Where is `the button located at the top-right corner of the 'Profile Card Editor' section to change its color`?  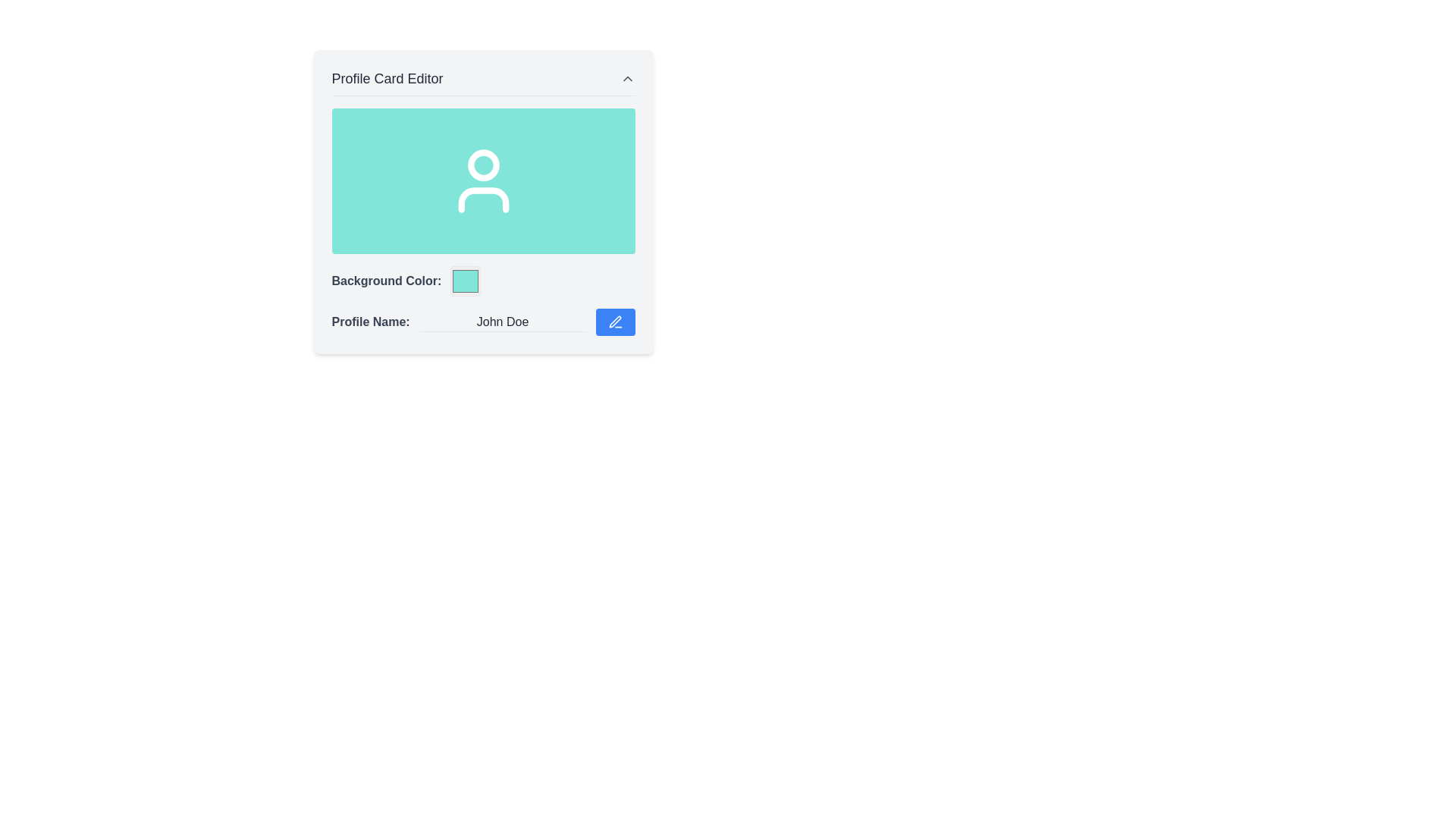 the button located at the top-right corner of the 'Profile Card Editor' section to change its color is located at coordinates (627, 79).